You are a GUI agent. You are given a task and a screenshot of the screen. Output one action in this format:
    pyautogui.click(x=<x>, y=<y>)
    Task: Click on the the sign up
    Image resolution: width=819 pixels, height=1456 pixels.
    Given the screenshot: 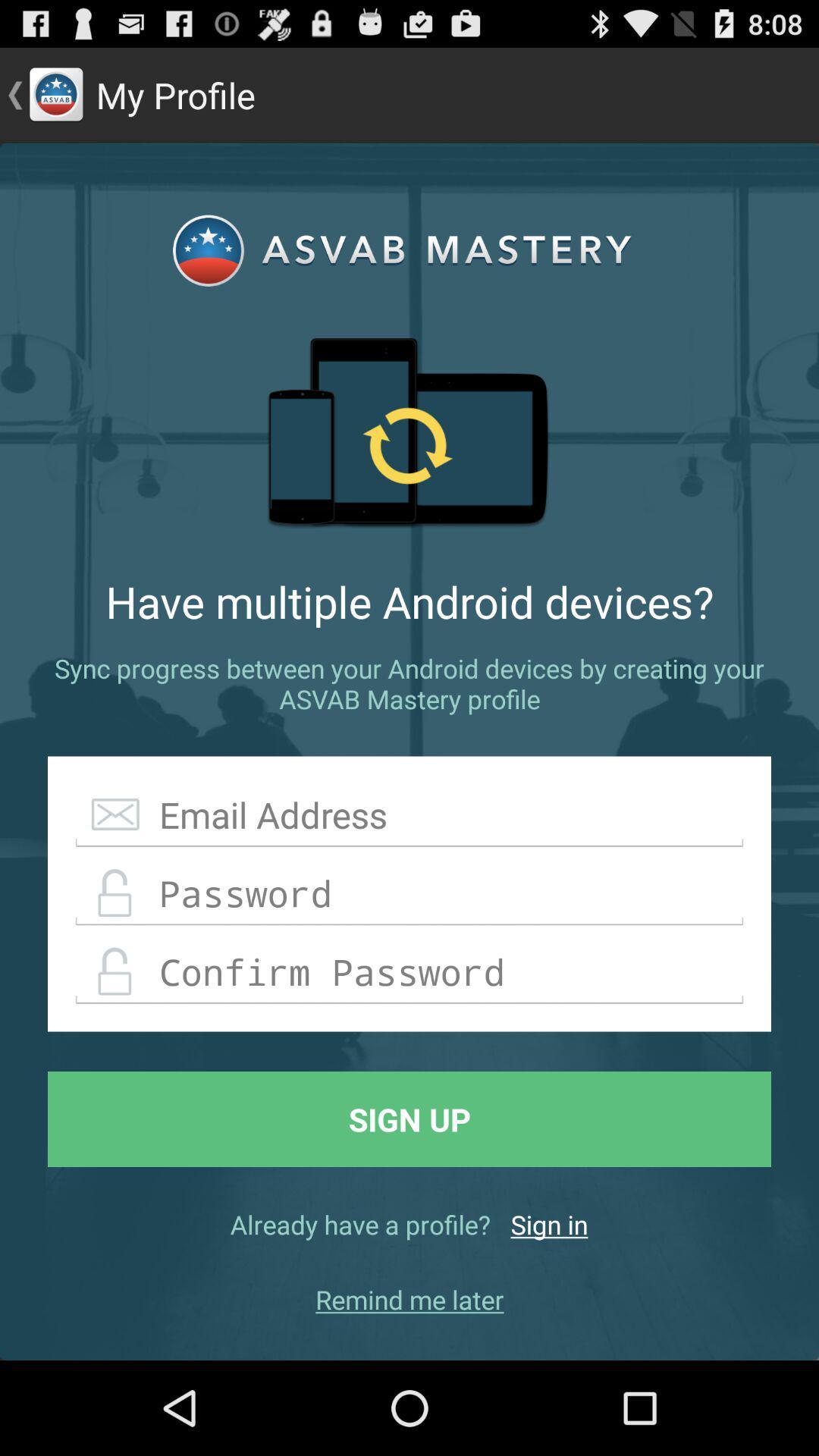 What is the action you would take?
    pyautogui.click(x=409, y=1119)
    